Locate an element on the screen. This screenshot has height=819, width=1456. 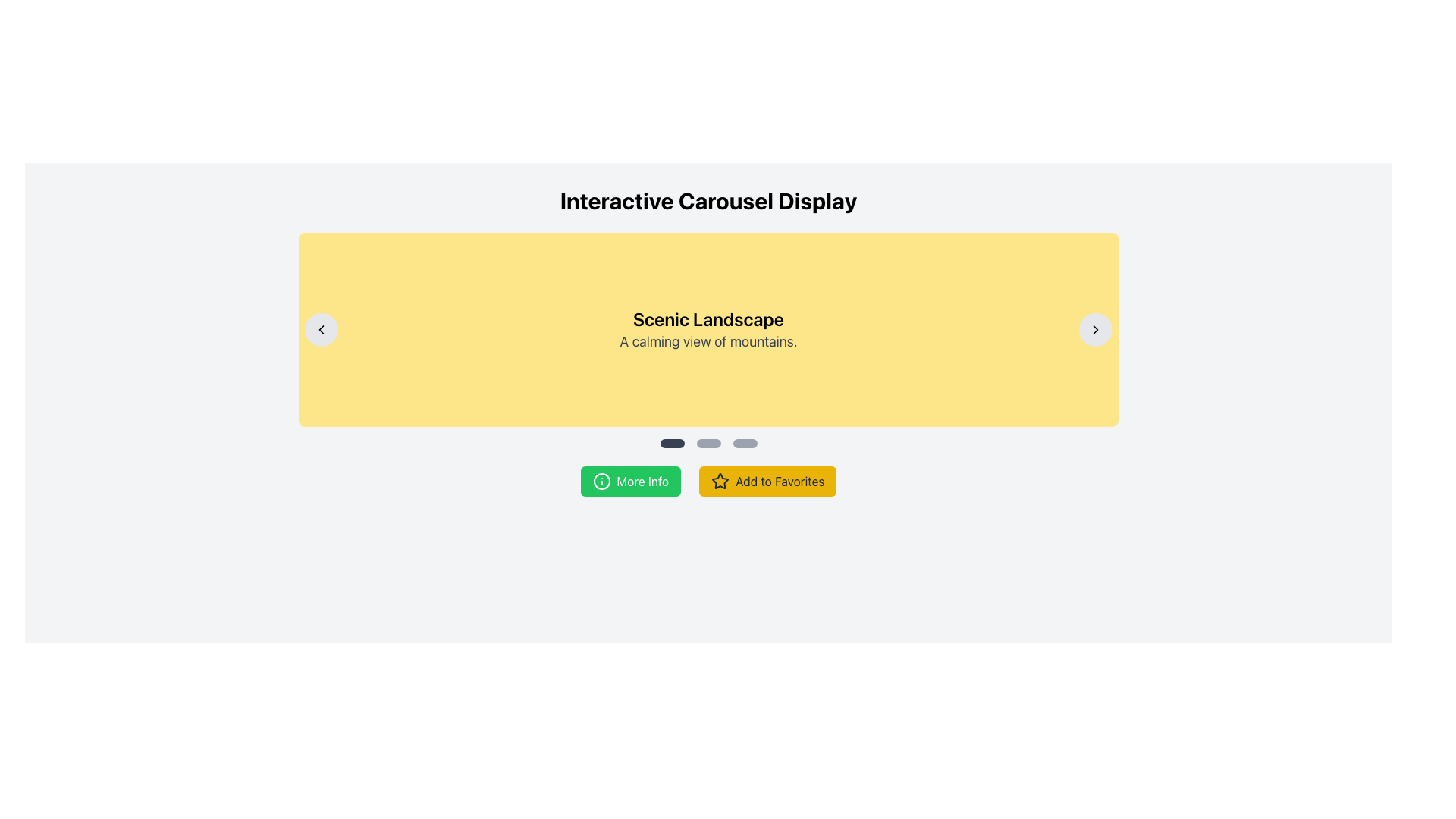
the star icon located inside the 'Add to Favorites' button is located at coordinates (720, 481).